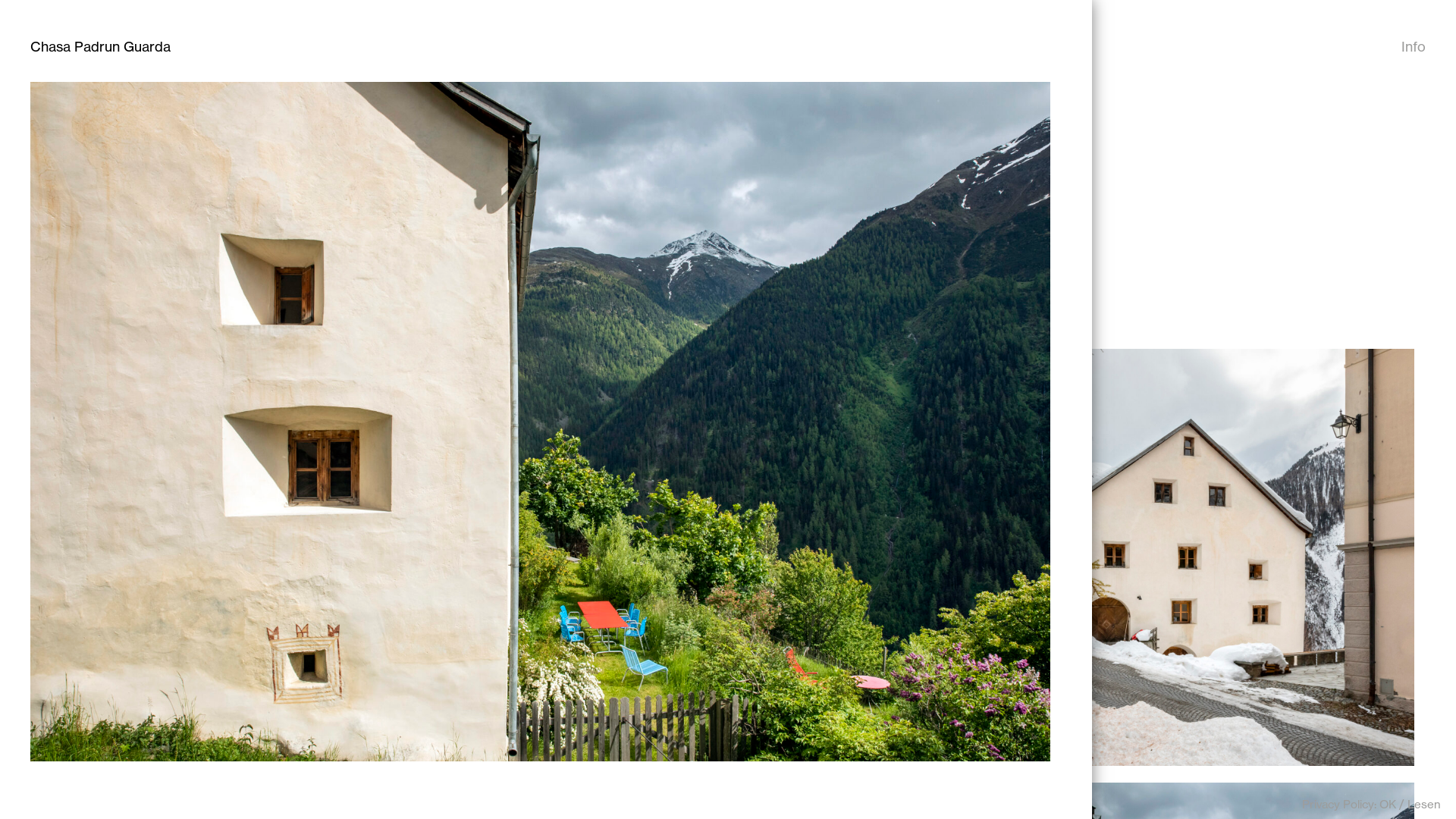 Image resolution: width=1456 pixels, height=819 pixels. Describe the element at coordinates (1423, 803) in the screenshot. I see `'Lesen'` at that location.